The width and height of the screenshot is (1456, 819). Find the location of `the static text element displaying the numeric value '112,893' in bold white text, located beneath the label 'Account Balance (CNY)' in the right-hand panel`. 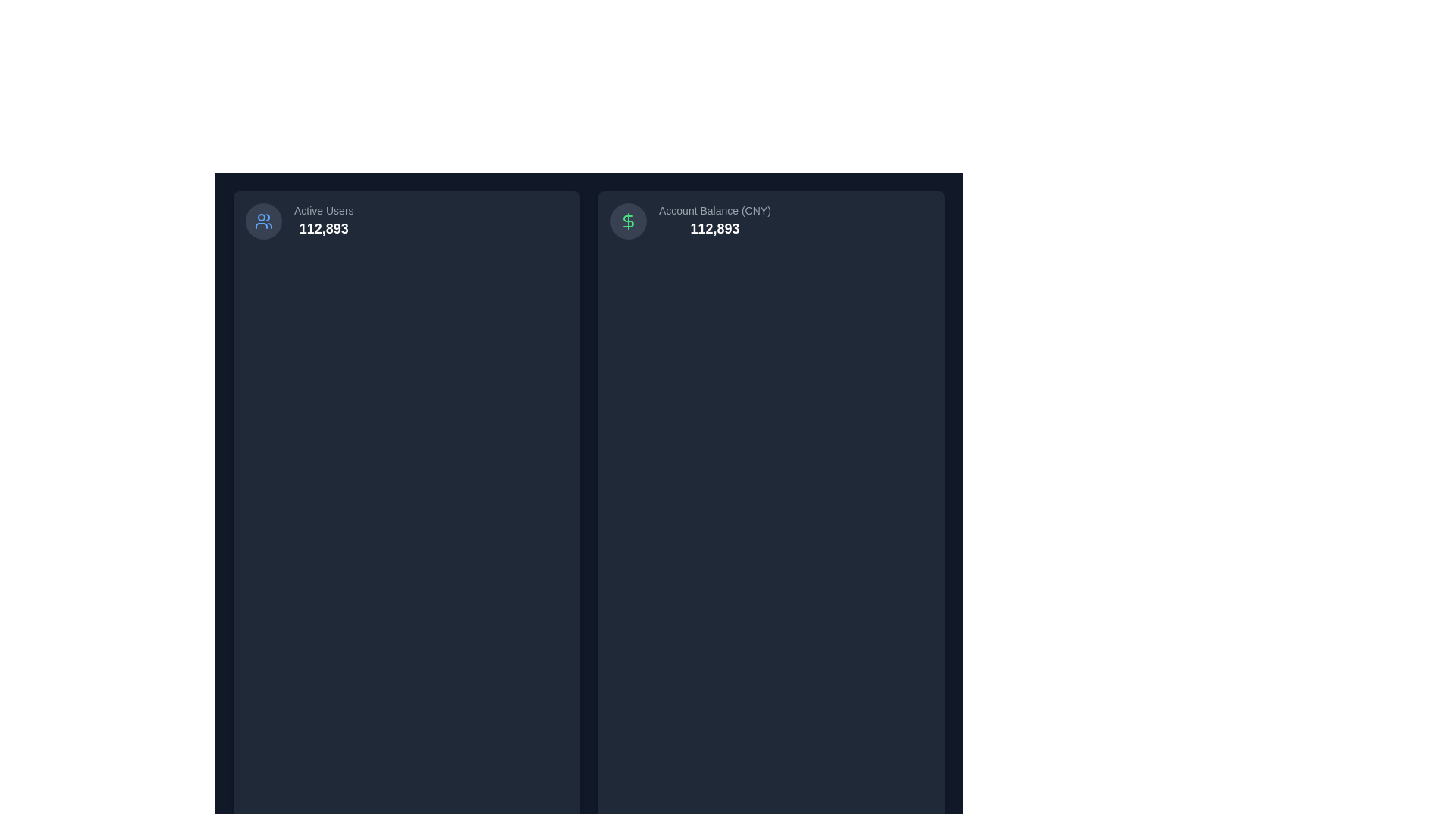

the static text element displaying the numeric value '112,893' in bold white text, located beneath the label 'Account Balance (CNY)' in the right-hand panel is located at coordinates (714, 228).